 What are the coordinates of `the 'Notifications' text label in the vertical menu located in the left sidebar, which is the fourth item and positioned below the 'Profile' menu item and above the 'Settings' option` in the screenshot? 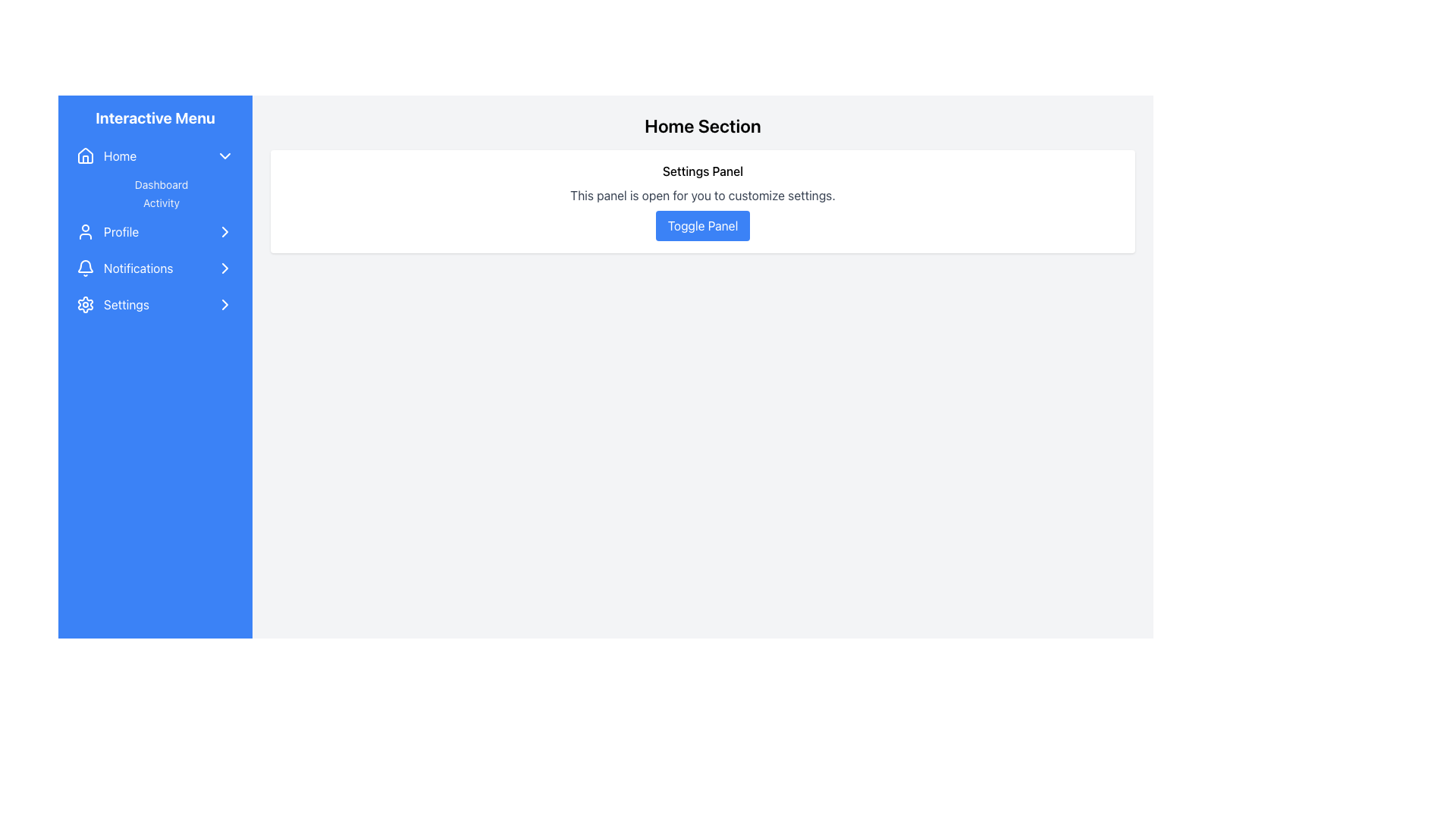 It's located at (138, 268).